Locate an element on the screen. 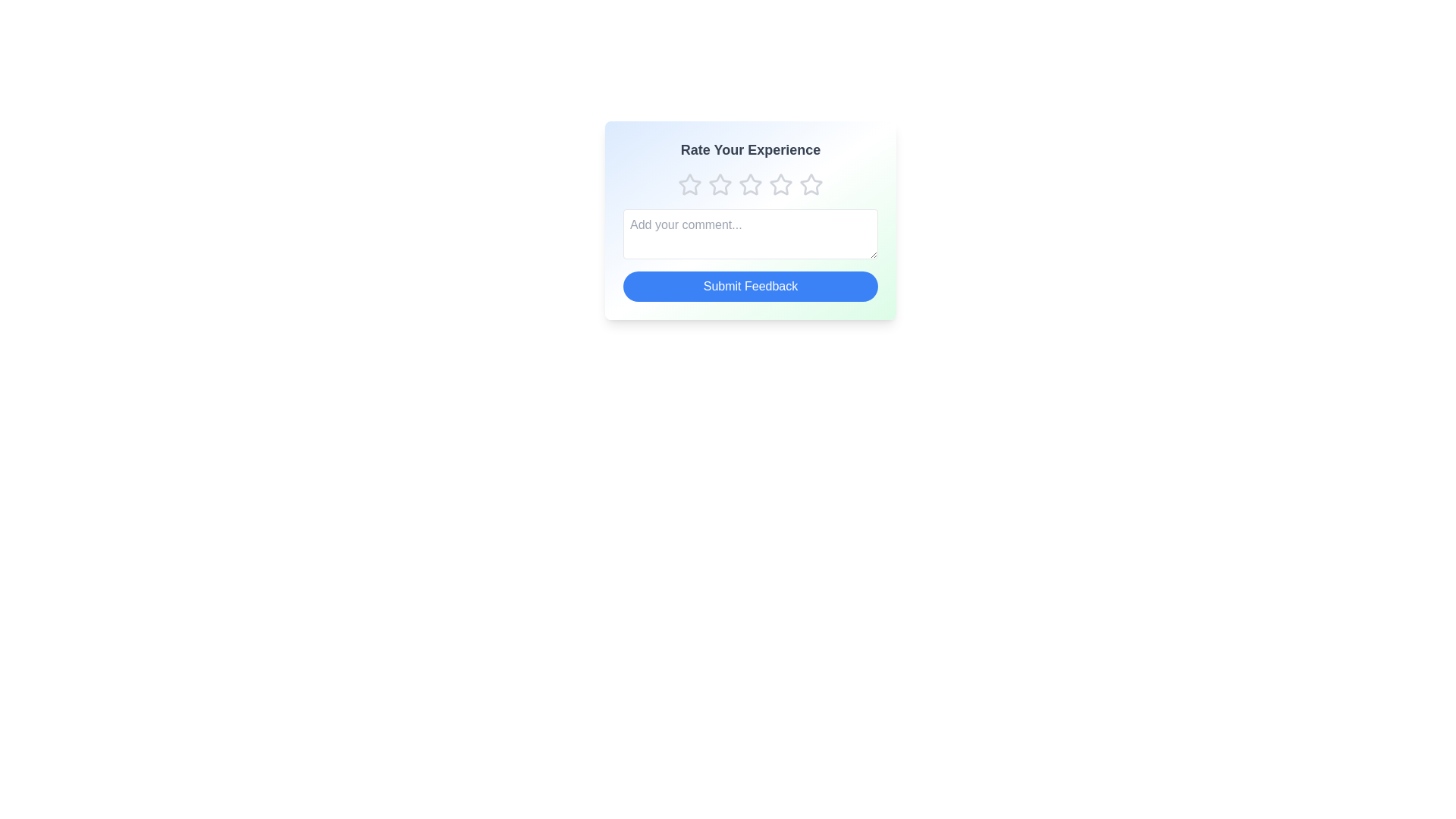 The image size is (1456, 819). the comment input field and type the desired text is located at coordinates (750, 234).